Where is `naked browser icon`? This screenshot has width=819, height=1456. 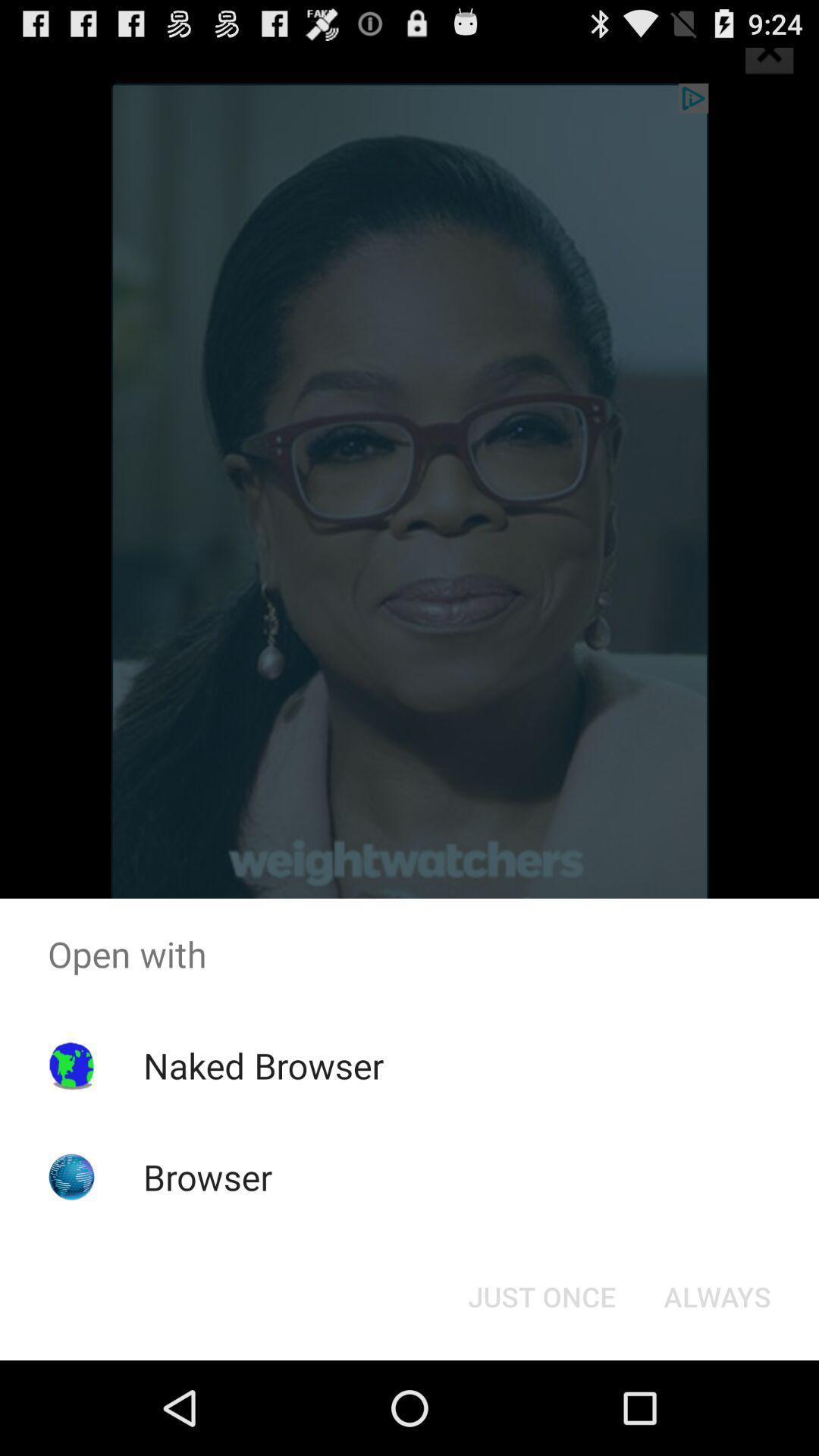
naked browser icon is located at coordinates (262, 1065).